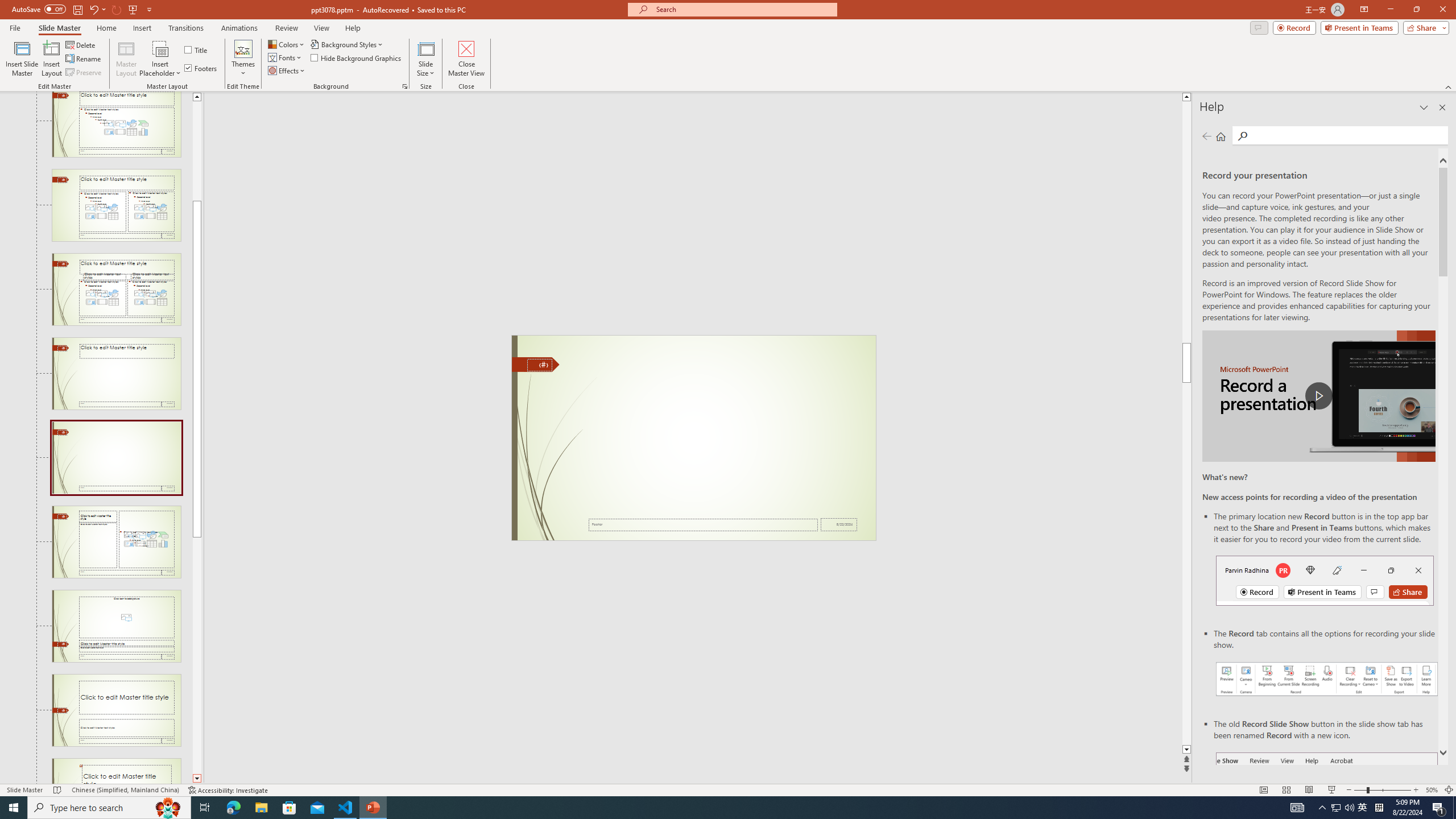 This screenshot has height=819, width=1456. I want to click on 'Slide Two Content Layout: used by no slides', so click(115, 205).